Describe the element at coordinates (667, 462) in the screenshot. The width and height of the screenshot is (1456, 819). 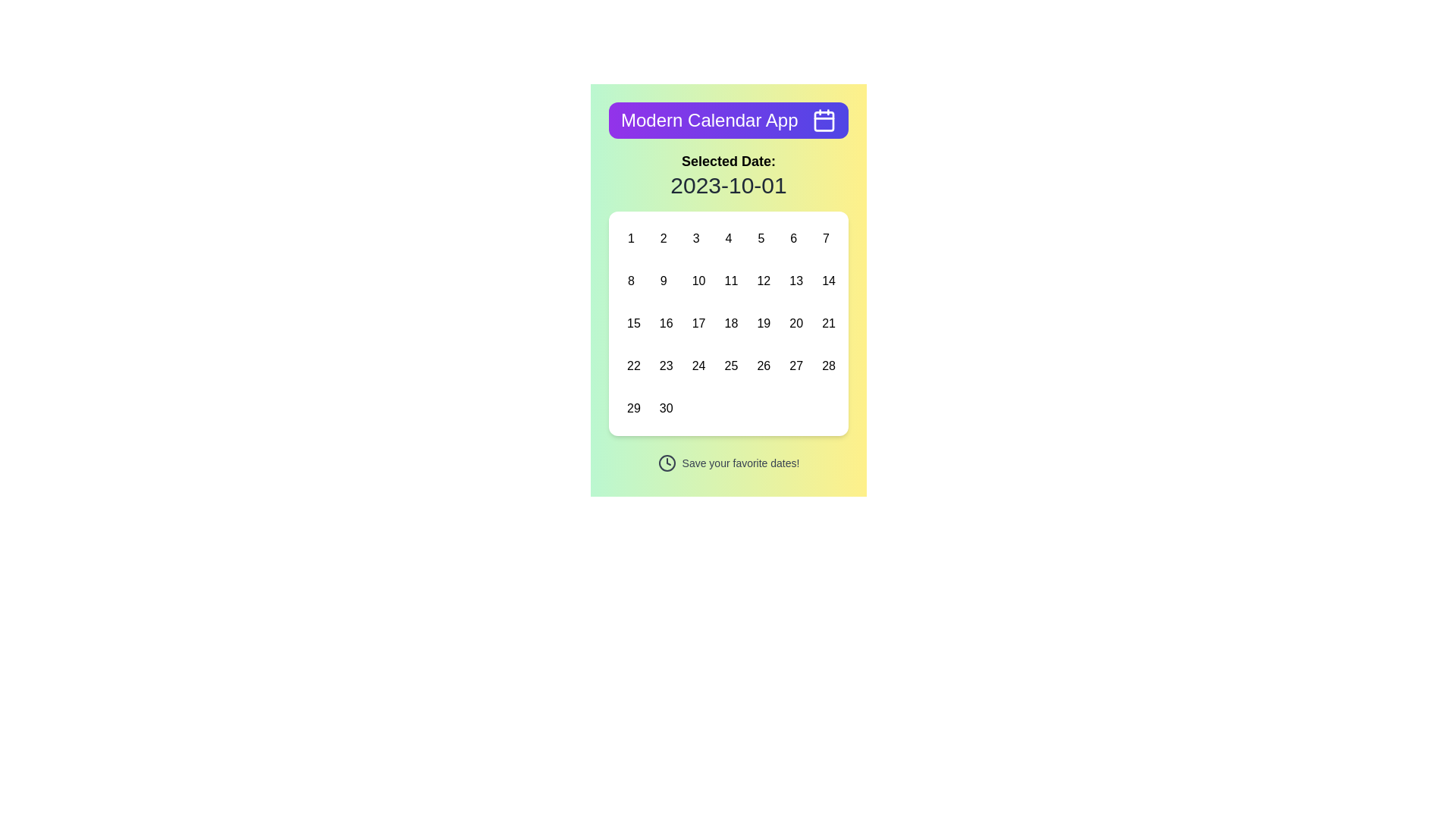
I see `the clock icon, which features a circular outline and clock hands, located to the left of the text 'Save your favorite dates!'` at that location.